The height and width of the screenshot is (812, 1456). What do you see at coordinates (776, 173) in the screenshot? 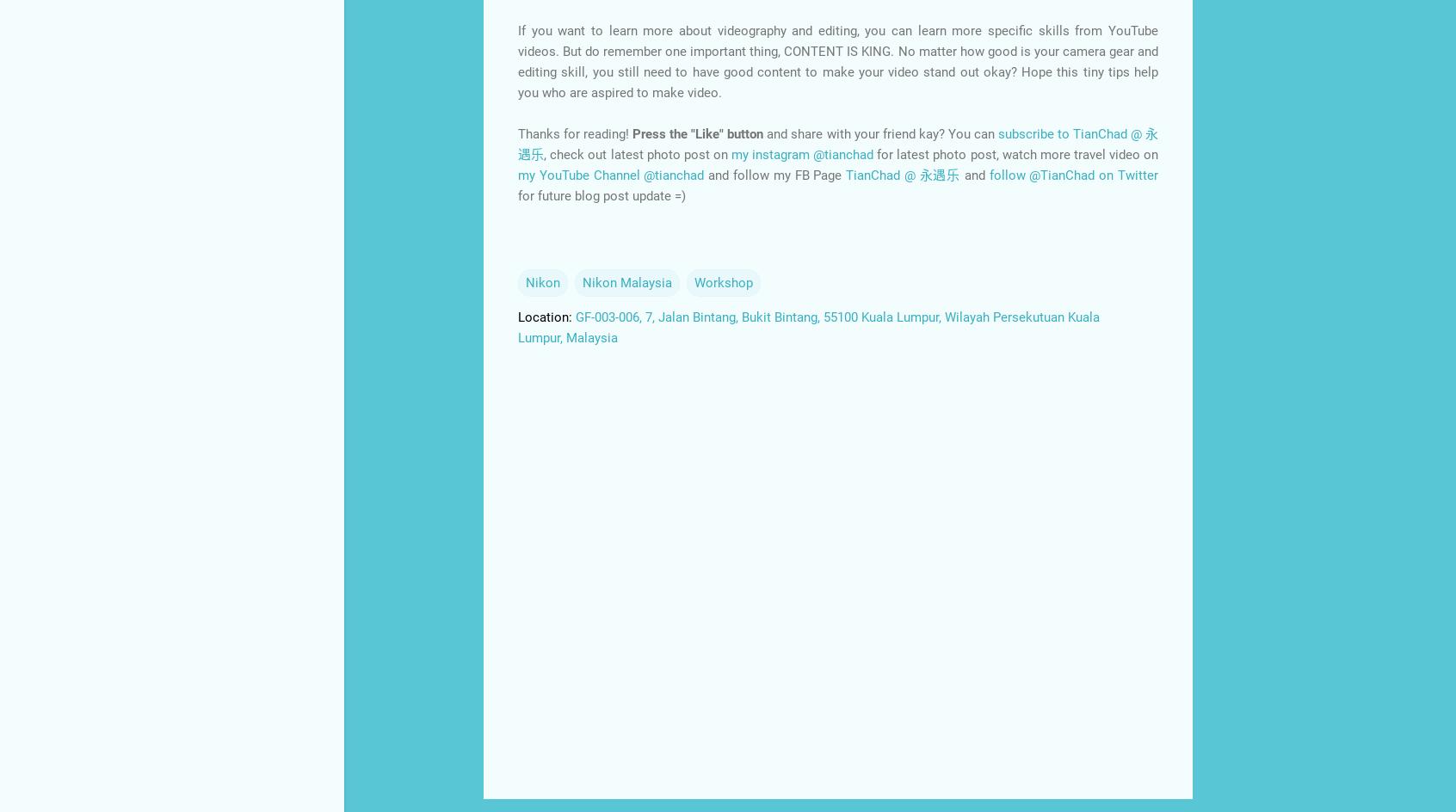
I see `'and follow my FB Page'` at bounding box center [776, 173].